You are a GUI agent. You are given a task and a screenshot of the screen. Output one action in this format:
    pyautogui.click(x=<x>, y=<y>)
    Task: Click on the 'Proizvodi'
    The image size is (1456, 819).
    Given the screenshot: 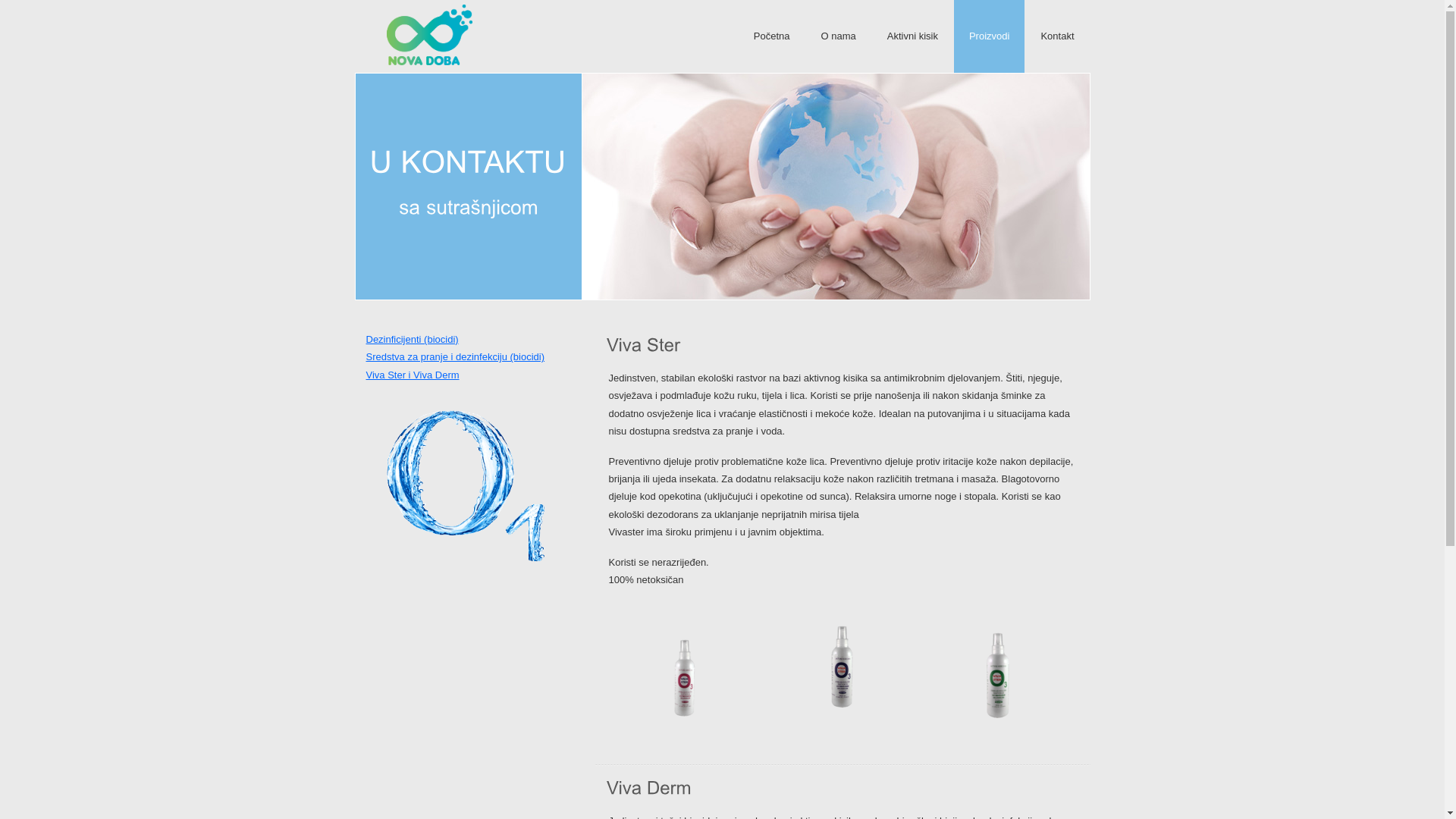 What is the action you would take?
    pyautogui.click(x=989, y=35)
    